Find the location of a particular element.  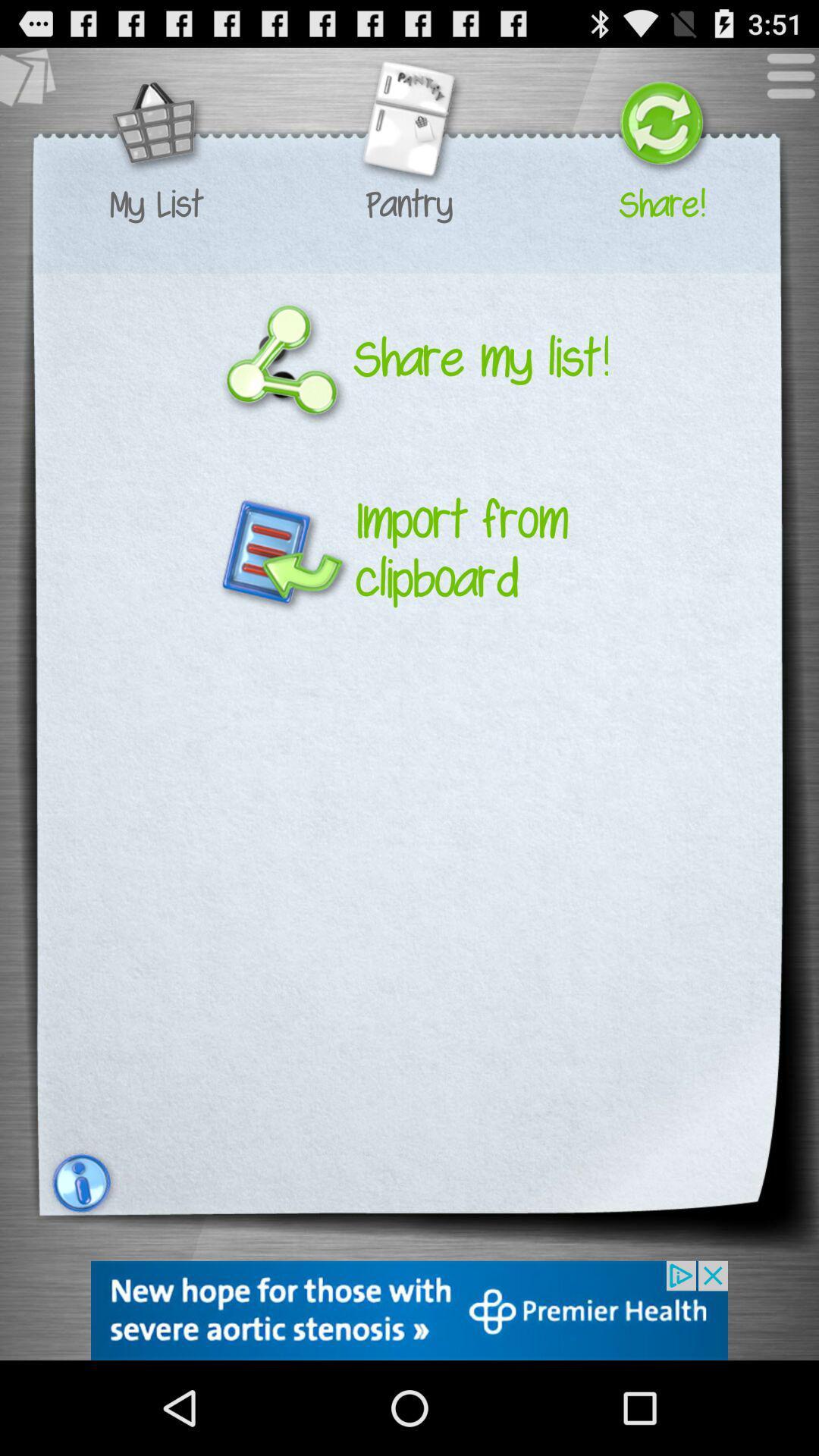

my list is located at coordinates (156, 204).